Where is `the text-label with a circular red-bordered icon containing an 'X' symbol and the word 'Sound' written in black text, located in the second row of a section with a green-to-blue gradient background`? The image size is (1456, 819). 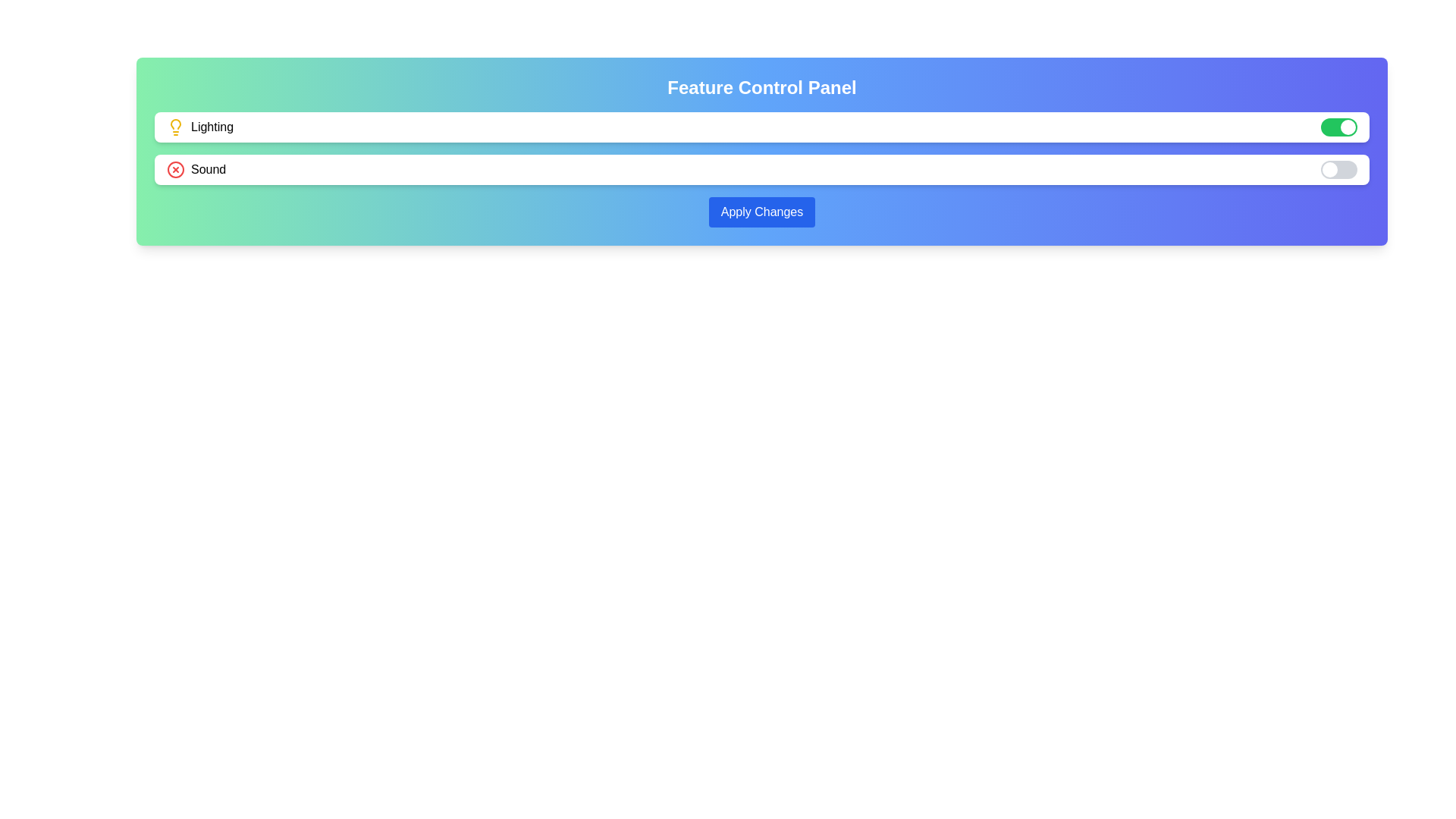
the text-label with a circular red-bordered icon containing an 'X' symbol and the word 'Sound' written in black text, located in the second row of a section with a green-to-blue gradient background is located at coordinates (196, 169).